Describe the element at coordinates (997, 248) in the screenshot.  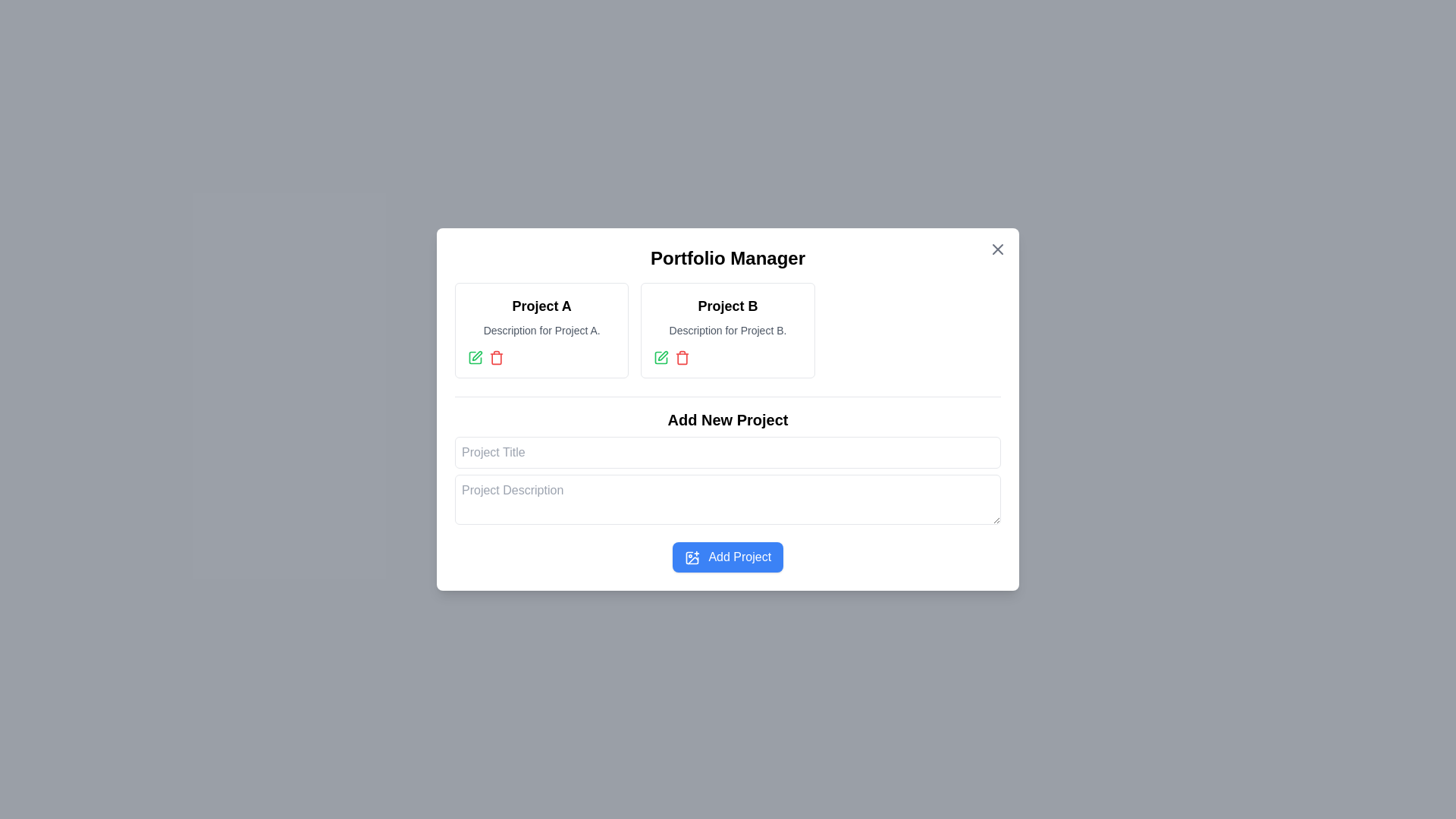
I see `the close button located in the top-right corner of the 'Portfolio Manager' modal` at that location.